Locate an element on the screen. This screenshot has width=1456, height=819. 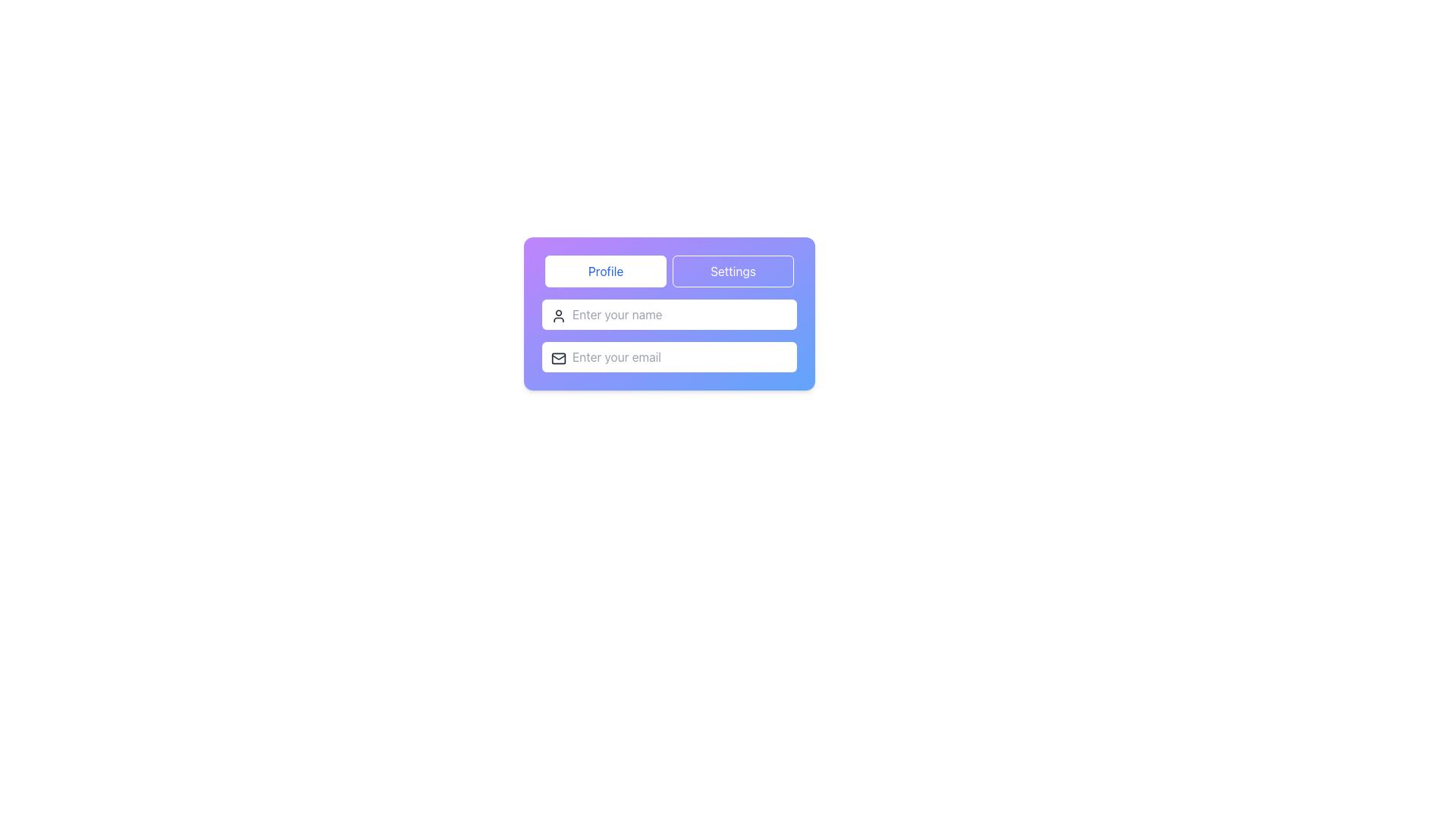
the settings navigation button located to the right of the 'Profile' button at the top of the panel is located at coordinates (733, 271).